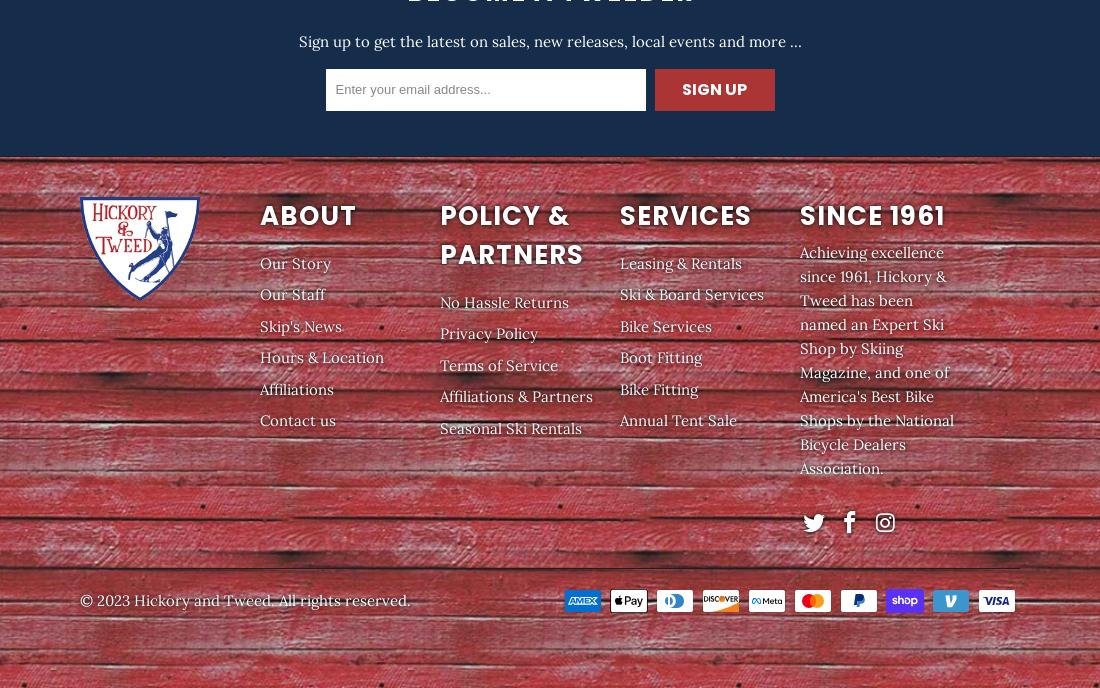 The image size is (1100, 688). I want to click on 'Bike Fitting', so click(659, 387).